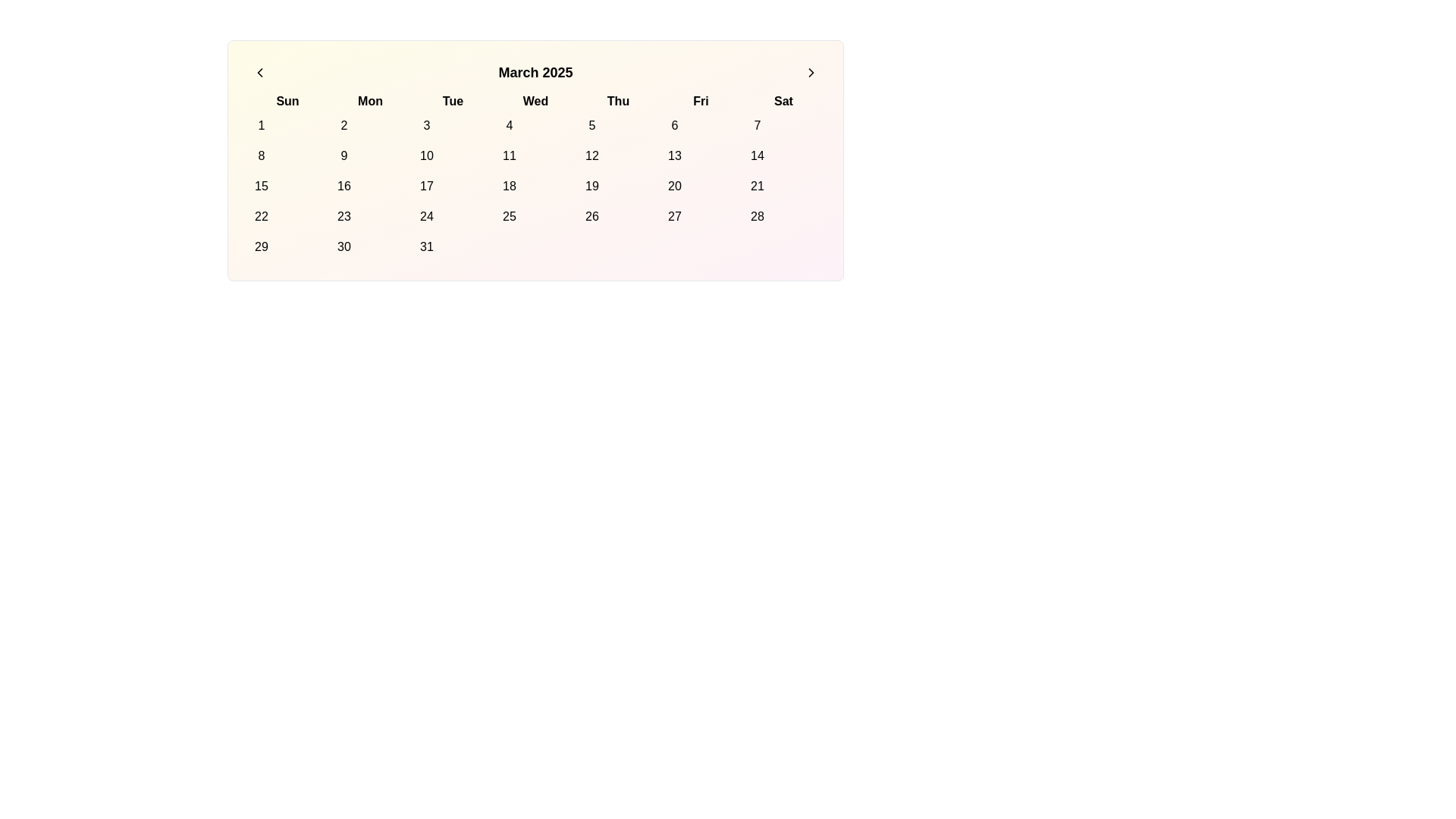  I want to click on the button for selecting the 10th day in the displayed month of the calendar, located under the 'Tue' header in the second row of the calendar grid, so click(425, 155).